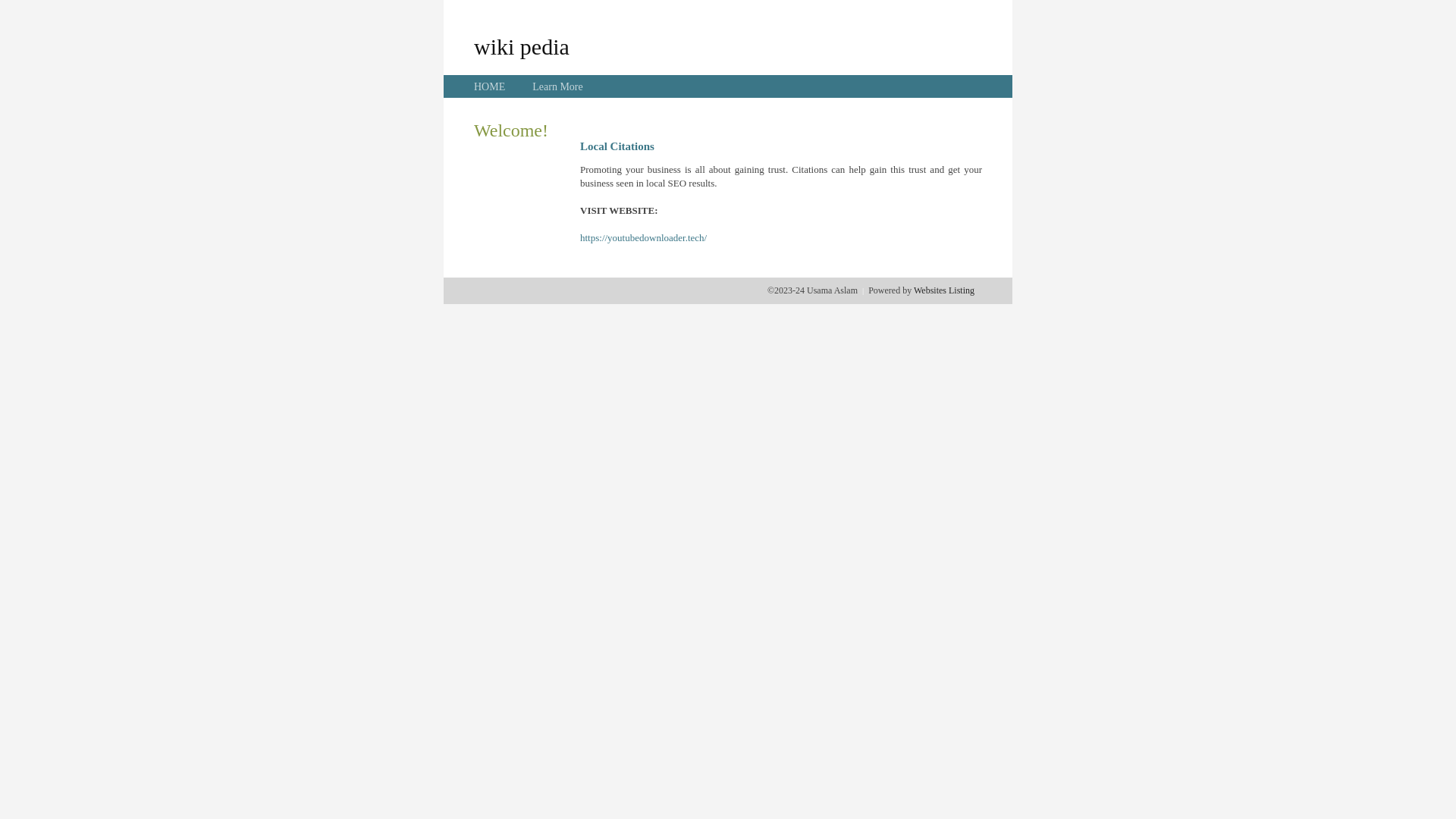  I want to click on 'https://youtubedownloader.tech/', so click(643, 237).